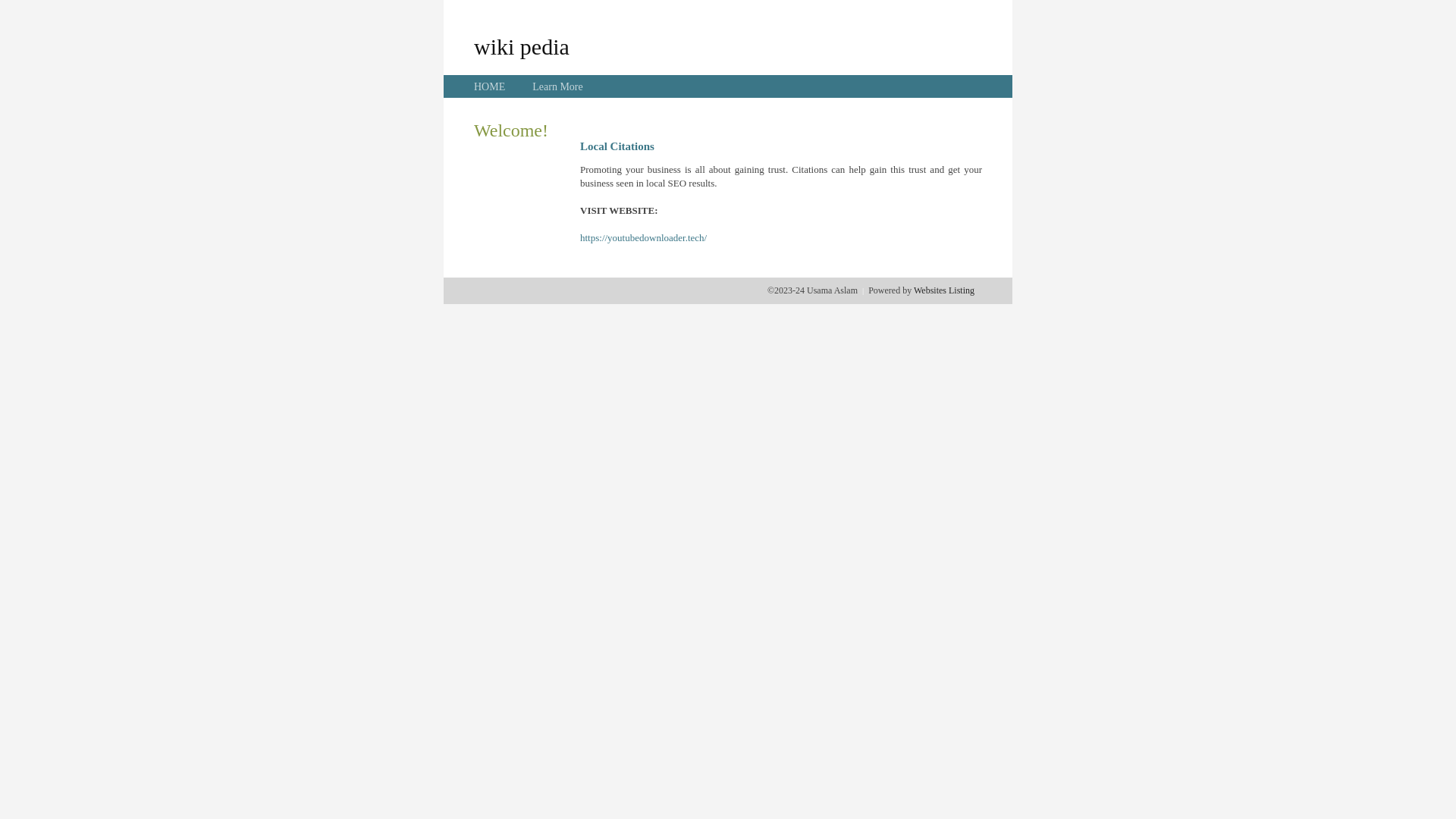  I want to click on 'https://youtubedownloader.tech/', so click(643, 237).